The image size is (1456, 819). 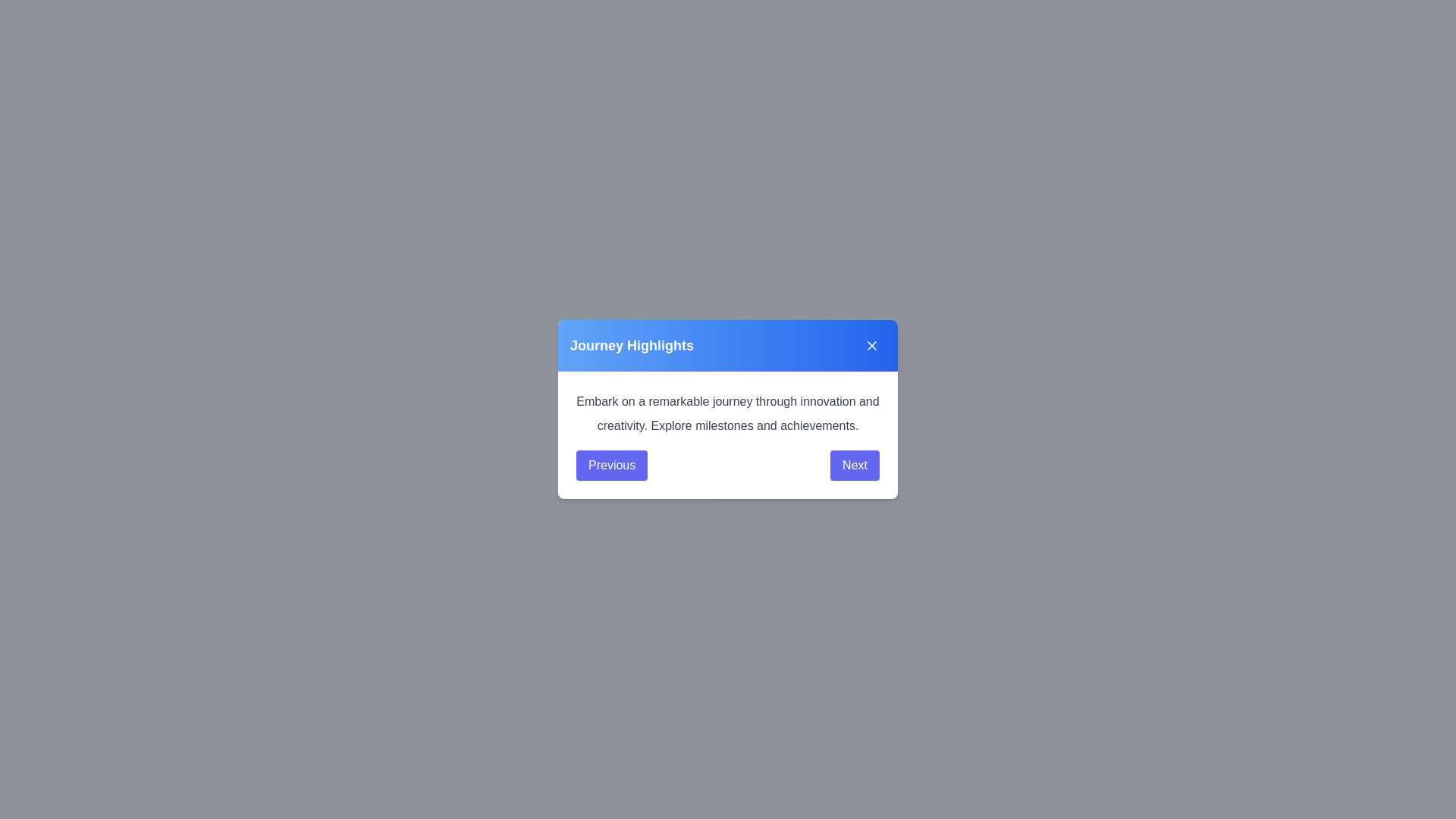 I want to click on the navigation button located at the bottom right of the modal dialog, so click(x=855, y=464).